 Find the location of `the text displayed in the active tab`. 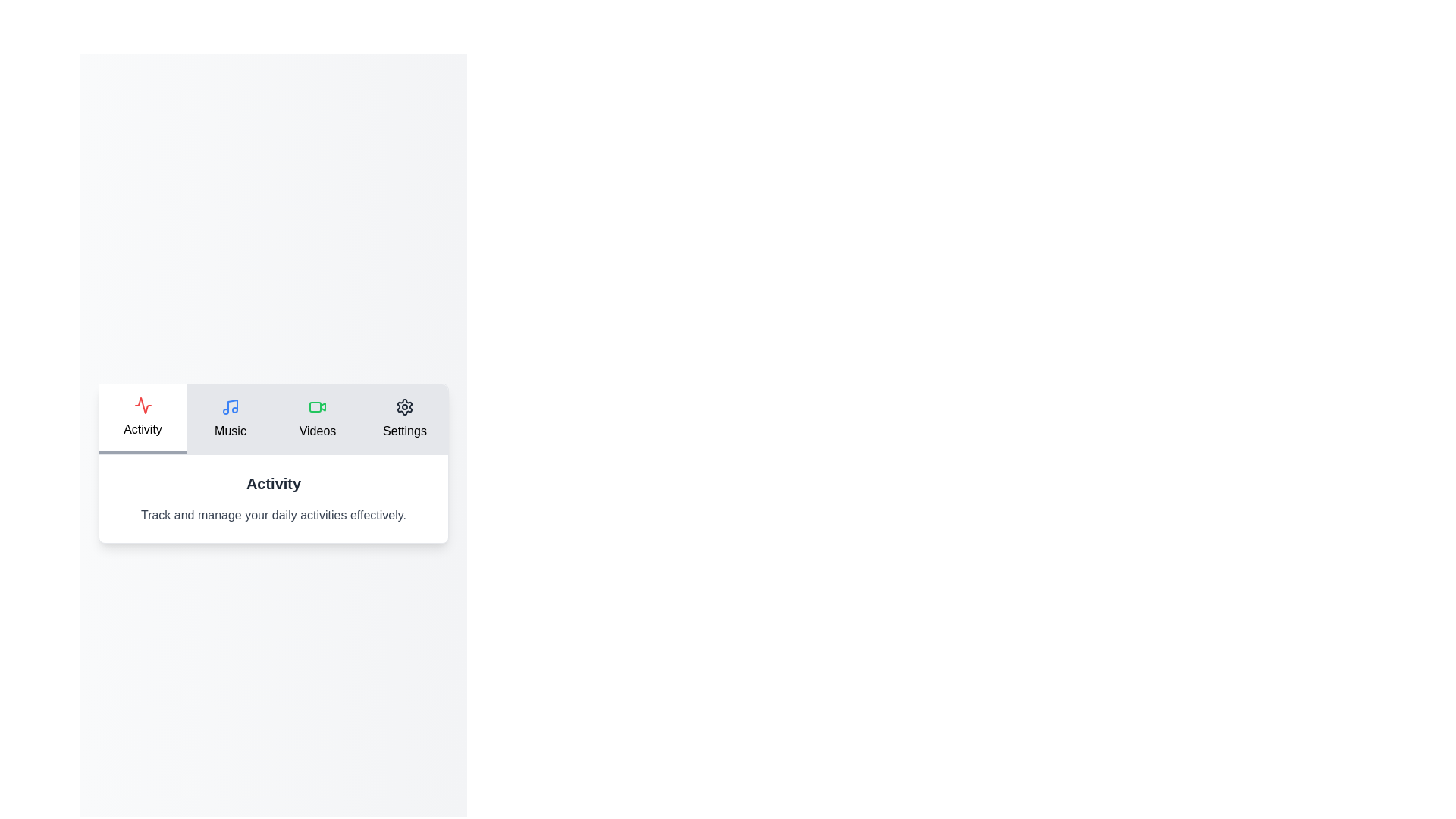

the text displayed in the active tab is located at coordinates (273, 498).